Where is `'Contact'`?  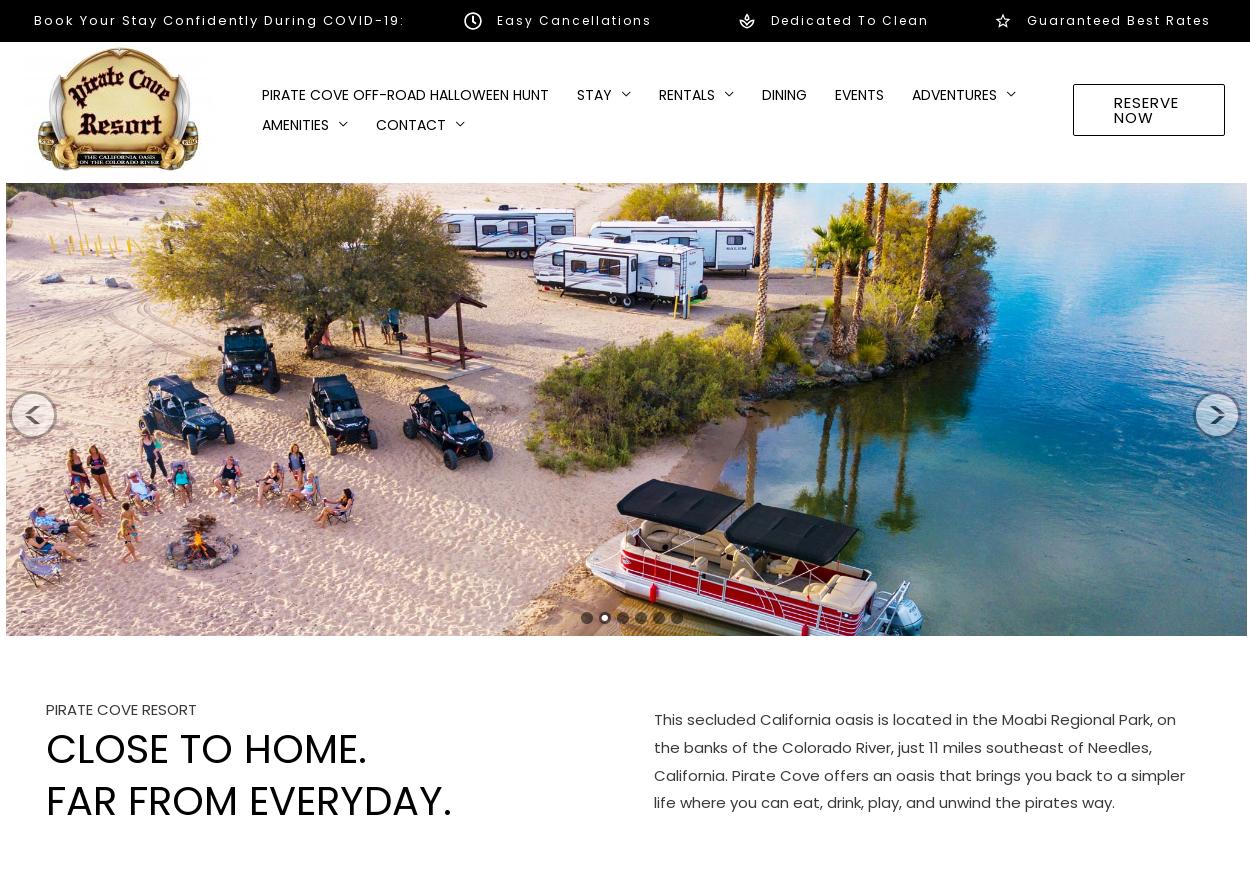
'Contact' is located at coordinates (411, 124).